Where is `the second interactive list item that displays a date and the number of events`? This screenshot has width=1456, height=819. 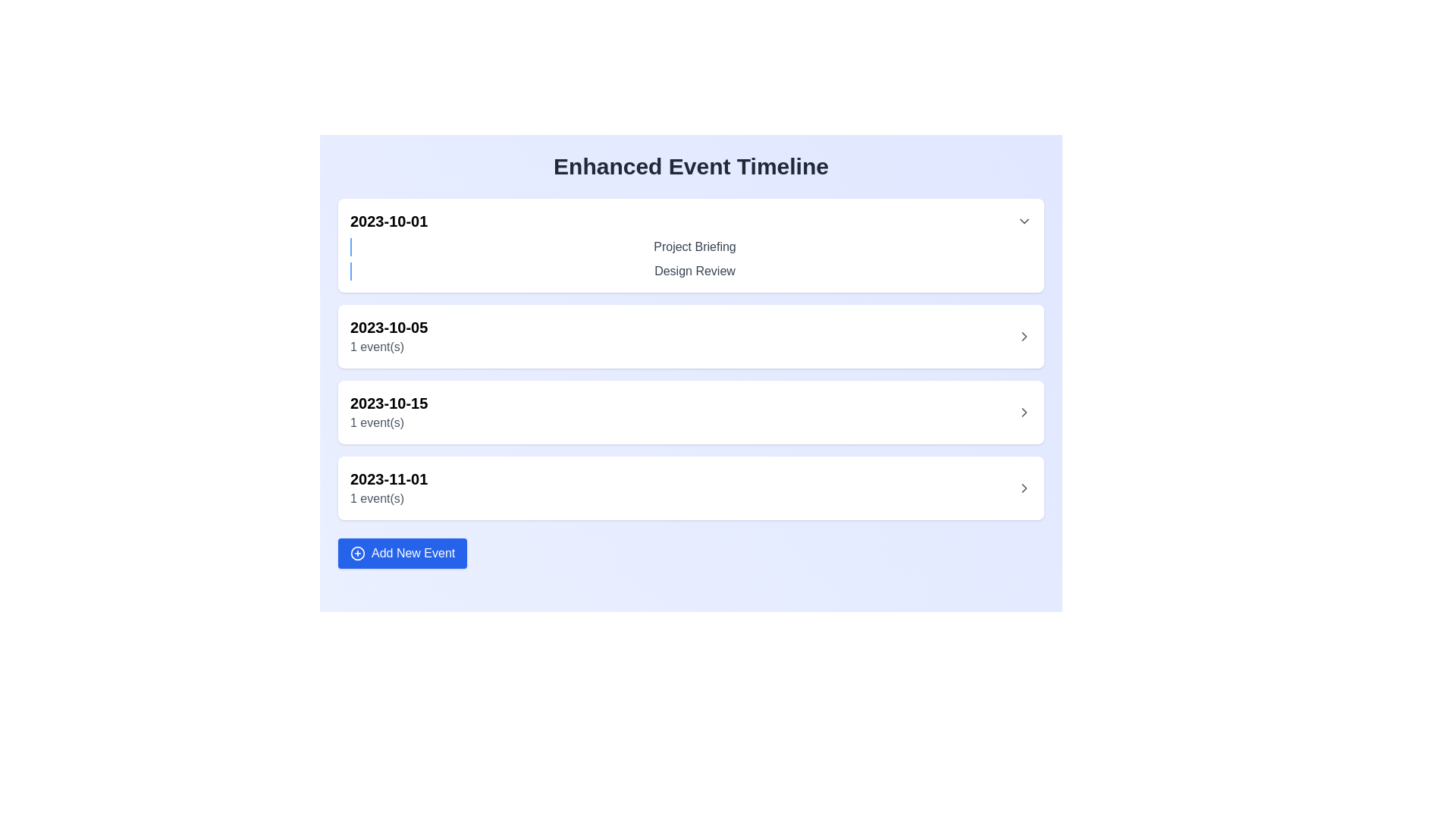 the second interactive list item that displays a date and the number of events is located at coordinates (690, 335).